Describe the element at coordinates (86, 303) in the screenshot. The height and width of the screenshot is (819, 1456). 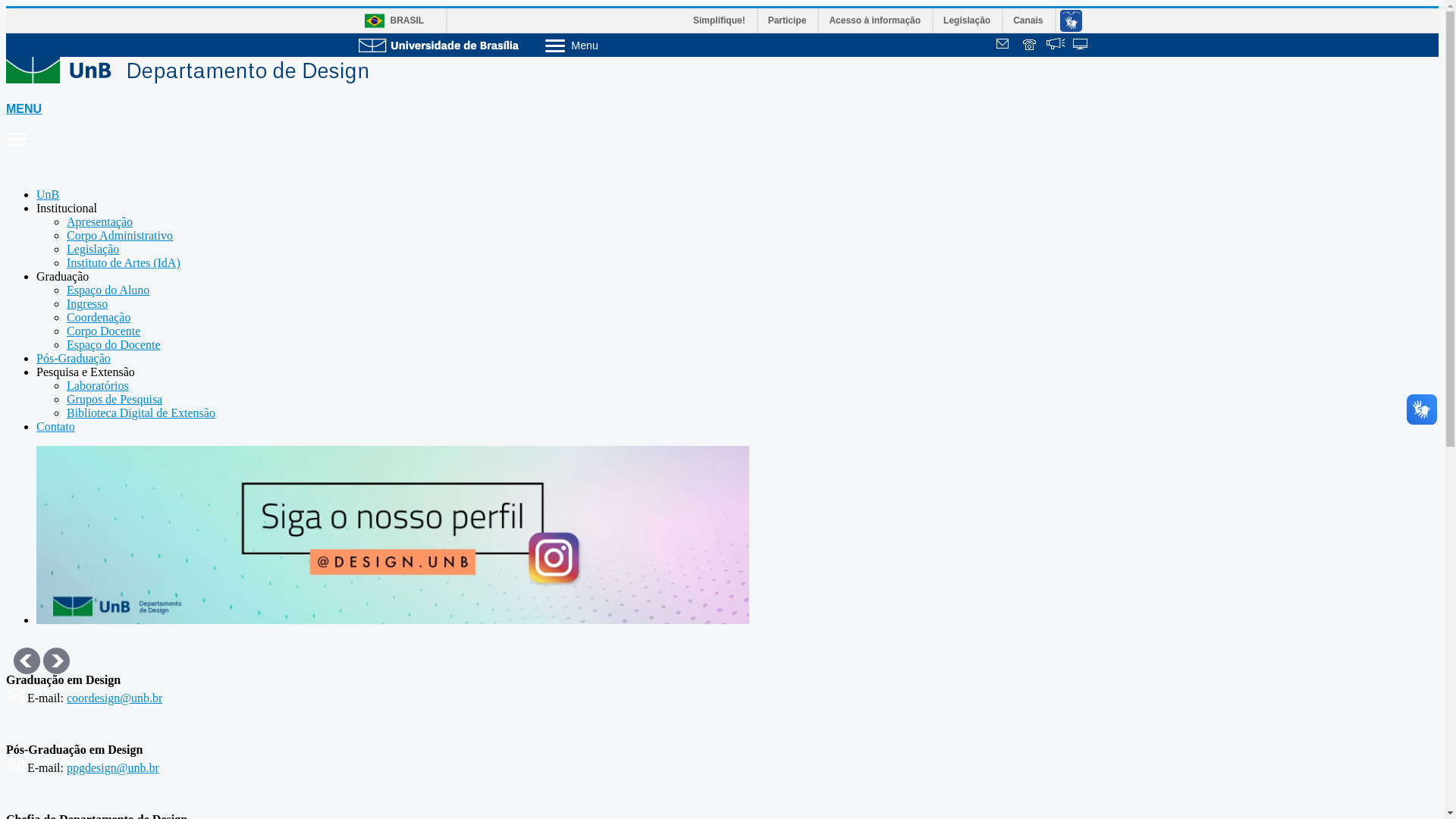
I see `'Ingresso'` at that location.